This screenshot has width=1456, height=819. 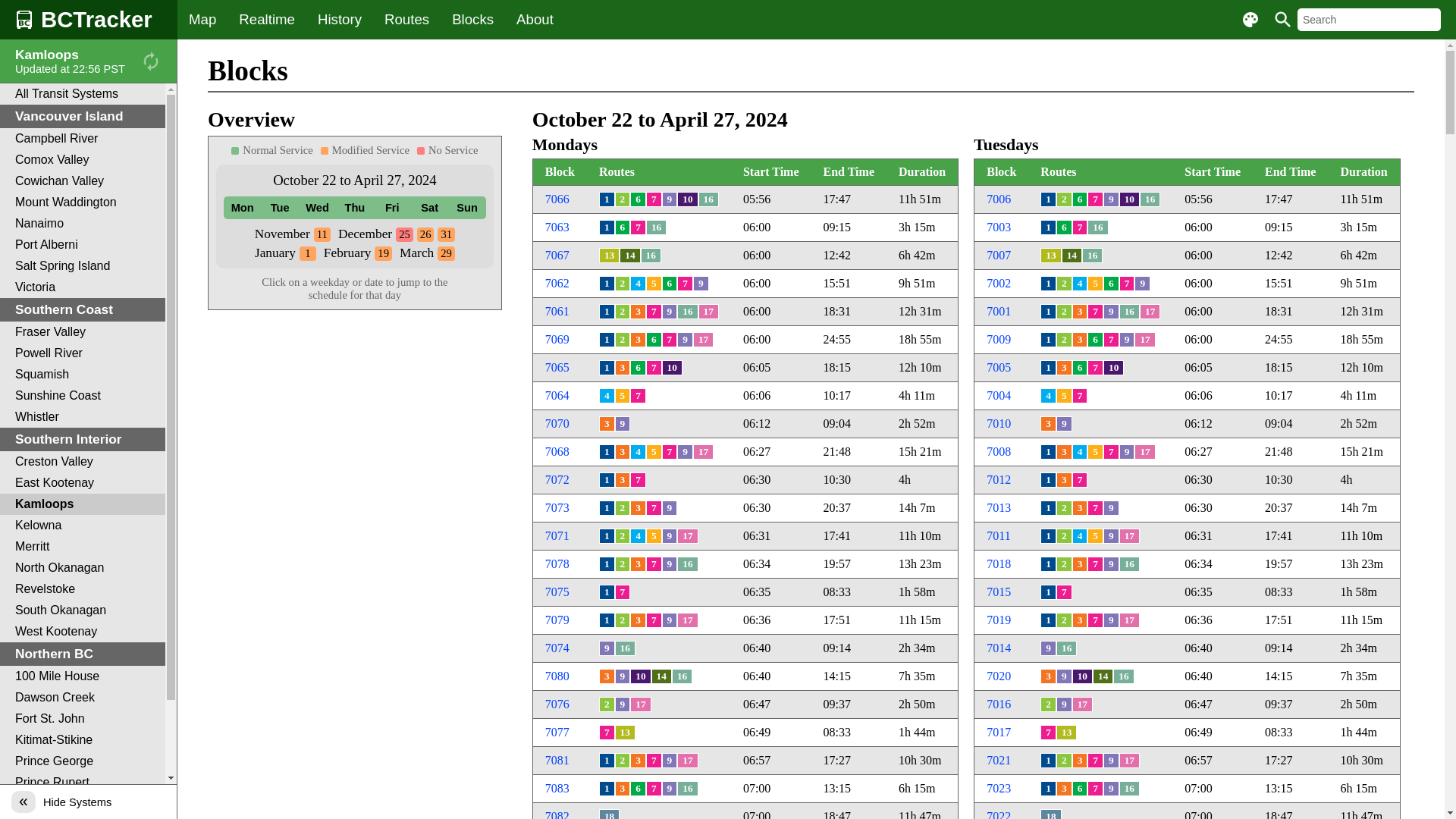 I want to click on '16', so click(x=625, y=648).